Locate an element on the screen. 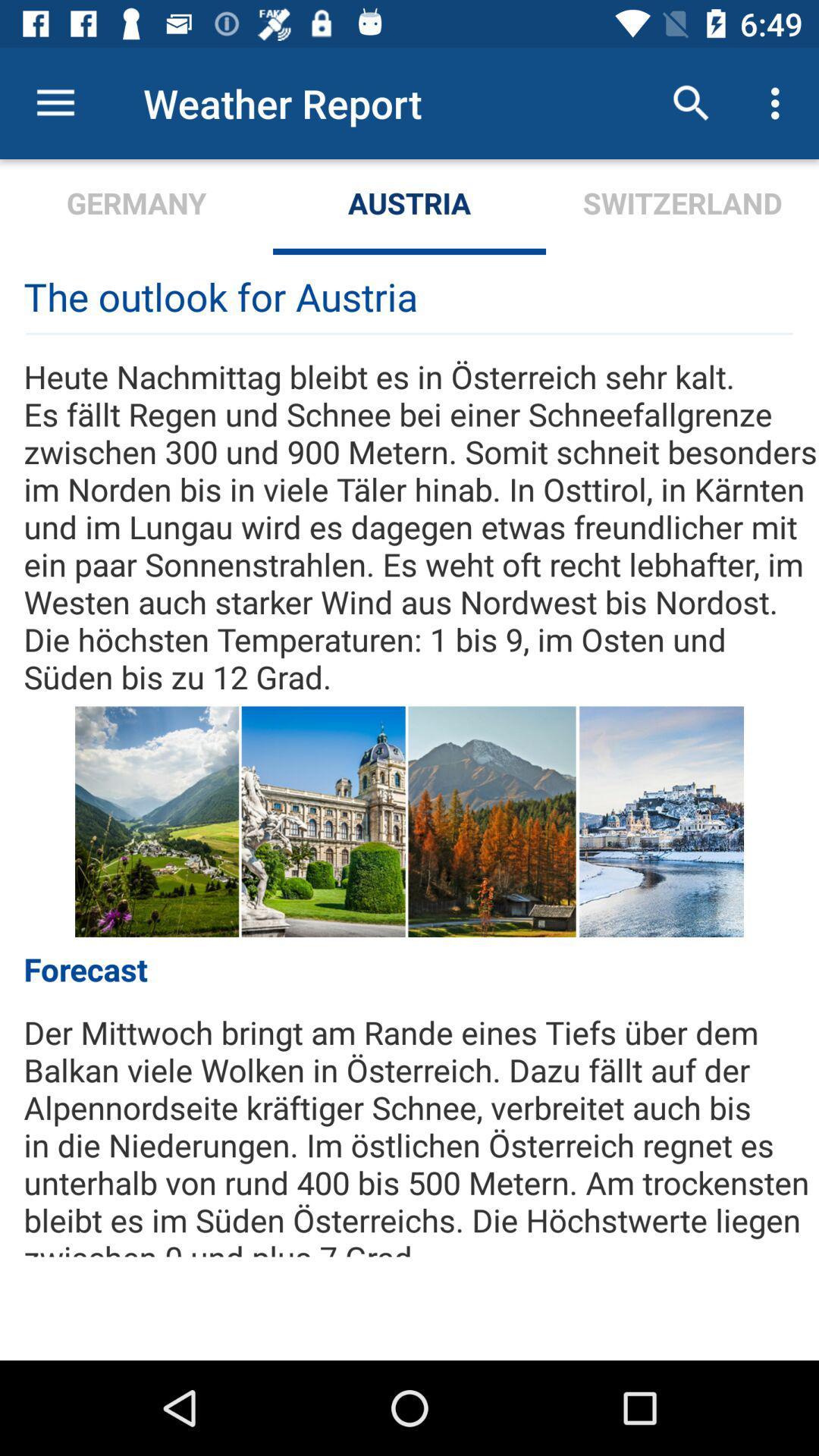  the item above switzerland icon is located at coordinates (691, 102).